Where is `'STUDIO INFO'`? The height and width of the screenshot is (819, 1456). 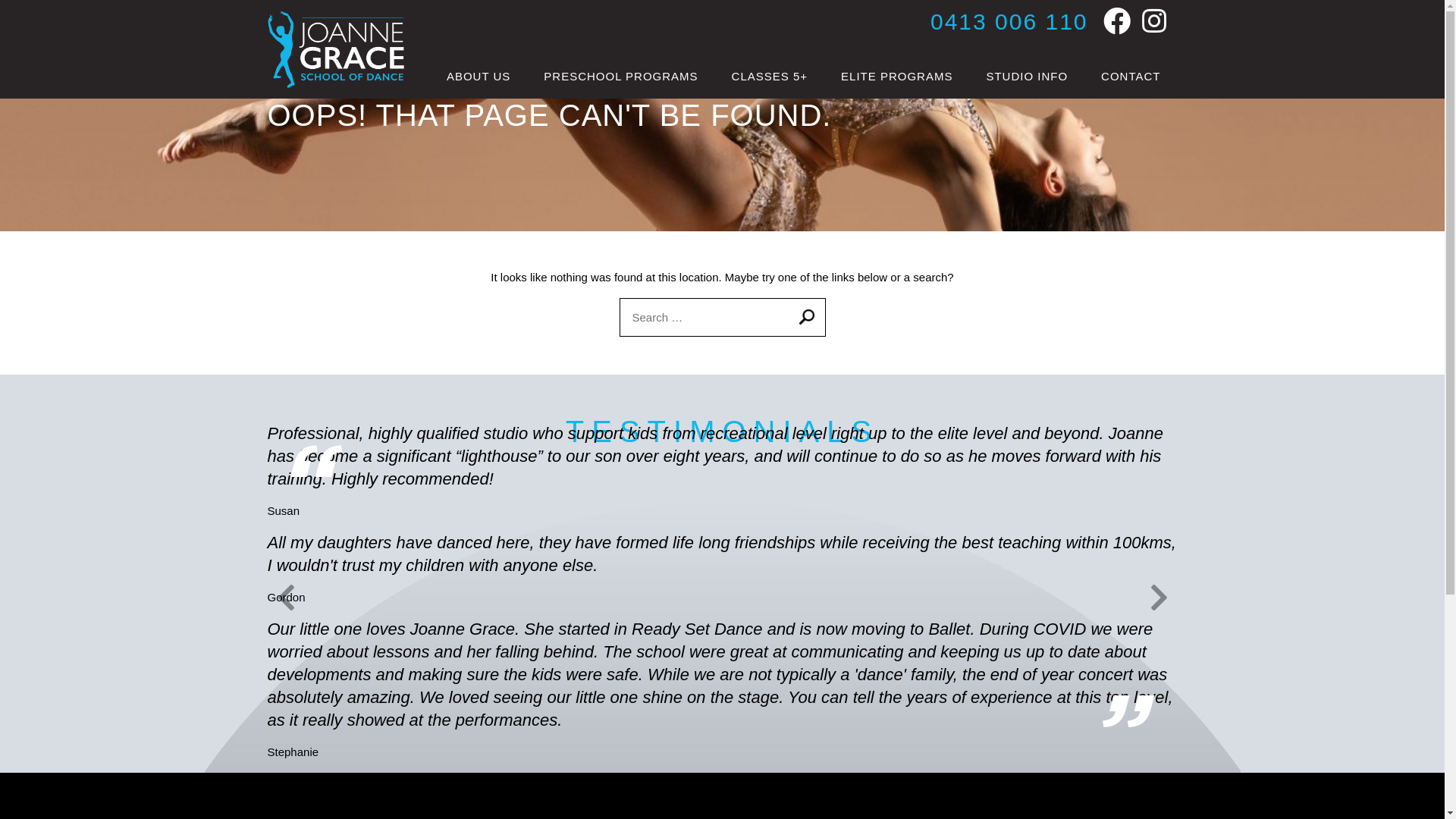
'STUDIO INFO' is located at coordinates (1026, 76).